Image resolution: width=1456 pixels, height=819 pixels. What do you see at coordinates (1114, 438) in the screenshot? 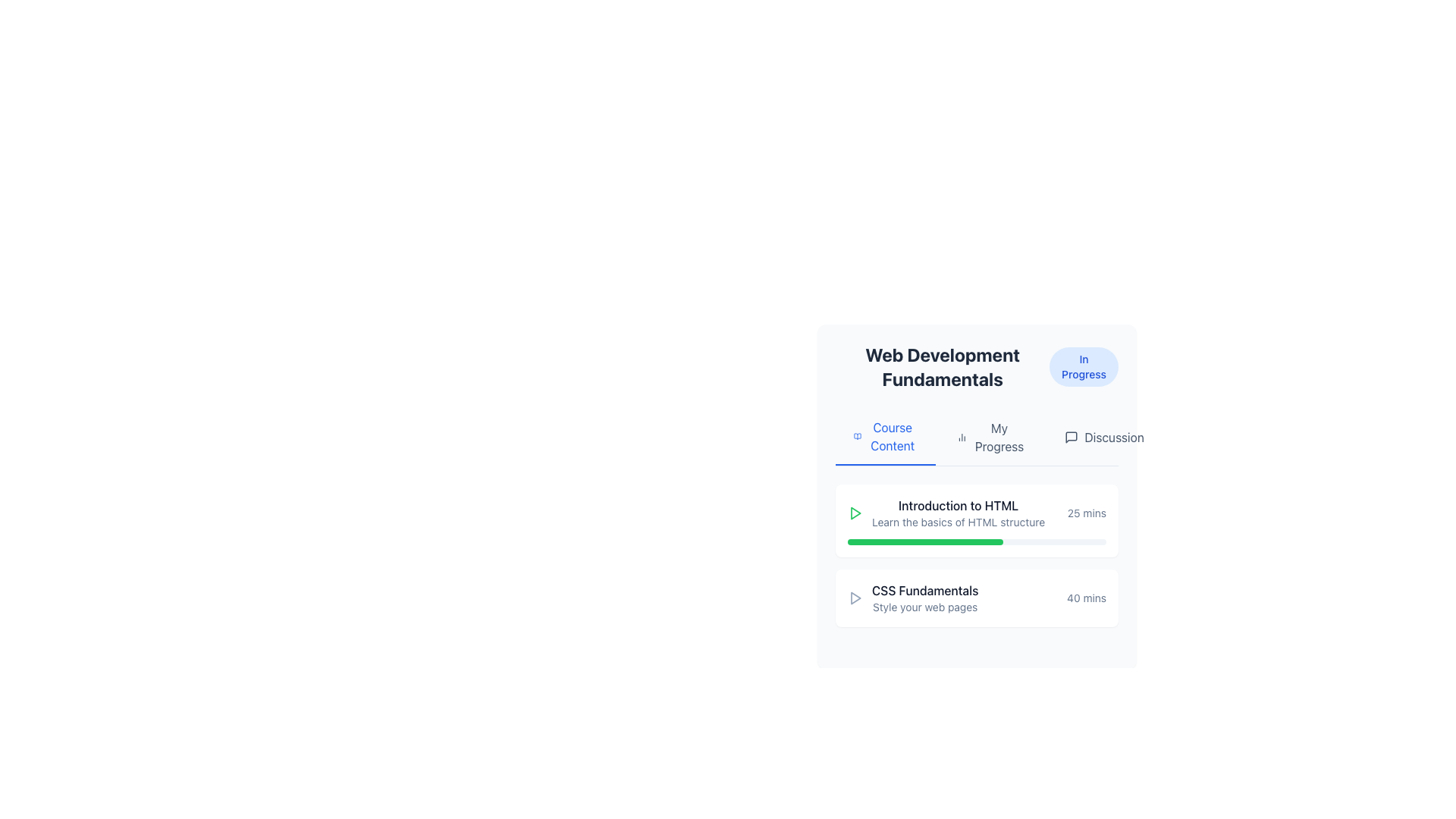
I see `the text label displaying 'Discussion' in the top-right corner of the card` at bounding box center [1114, 438].